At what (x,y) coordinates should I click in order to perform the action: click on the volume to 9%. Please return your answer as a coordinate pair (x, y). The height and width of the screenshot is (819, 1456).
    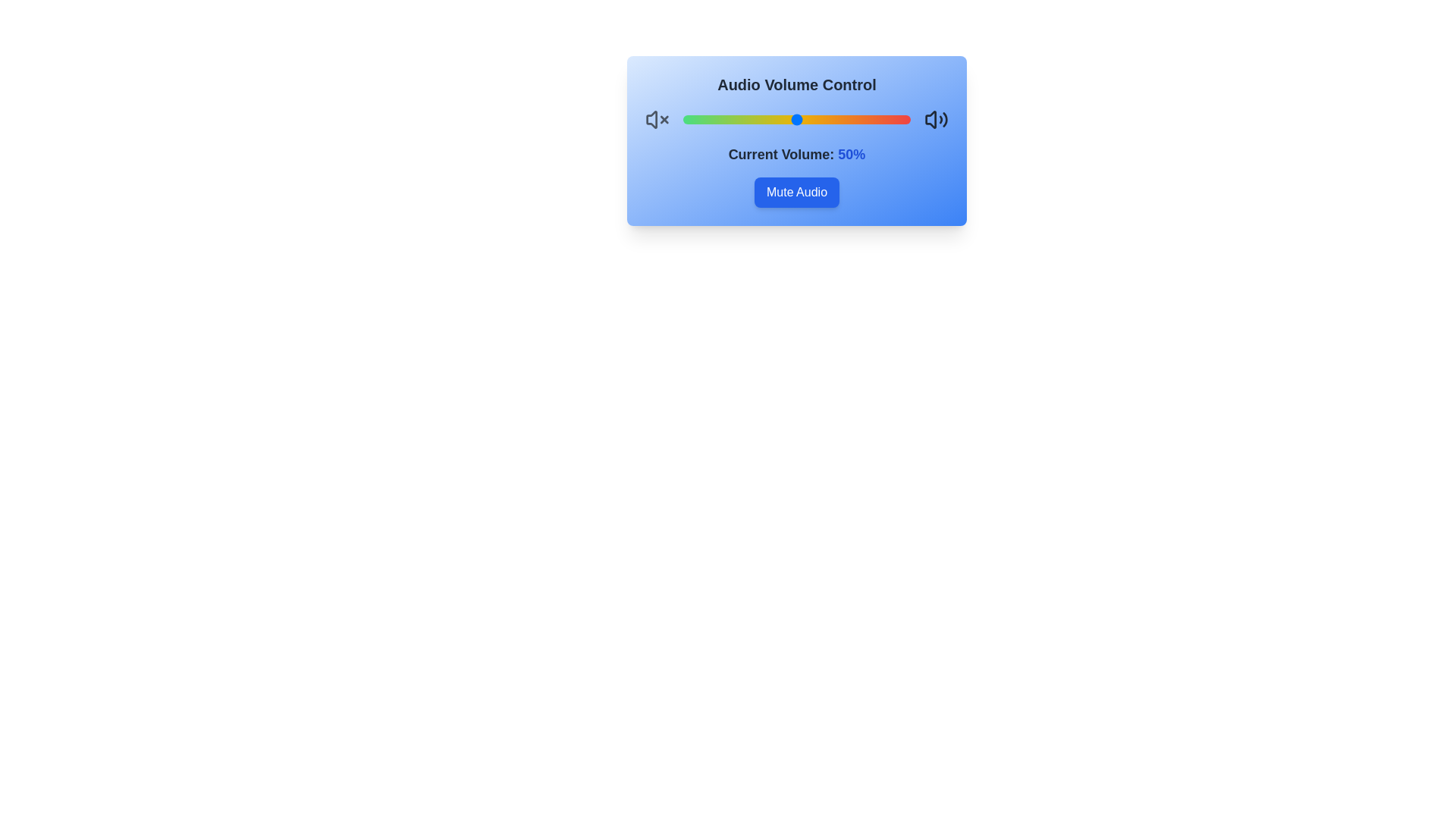
    Looking at the image, I should click on (702, 119).